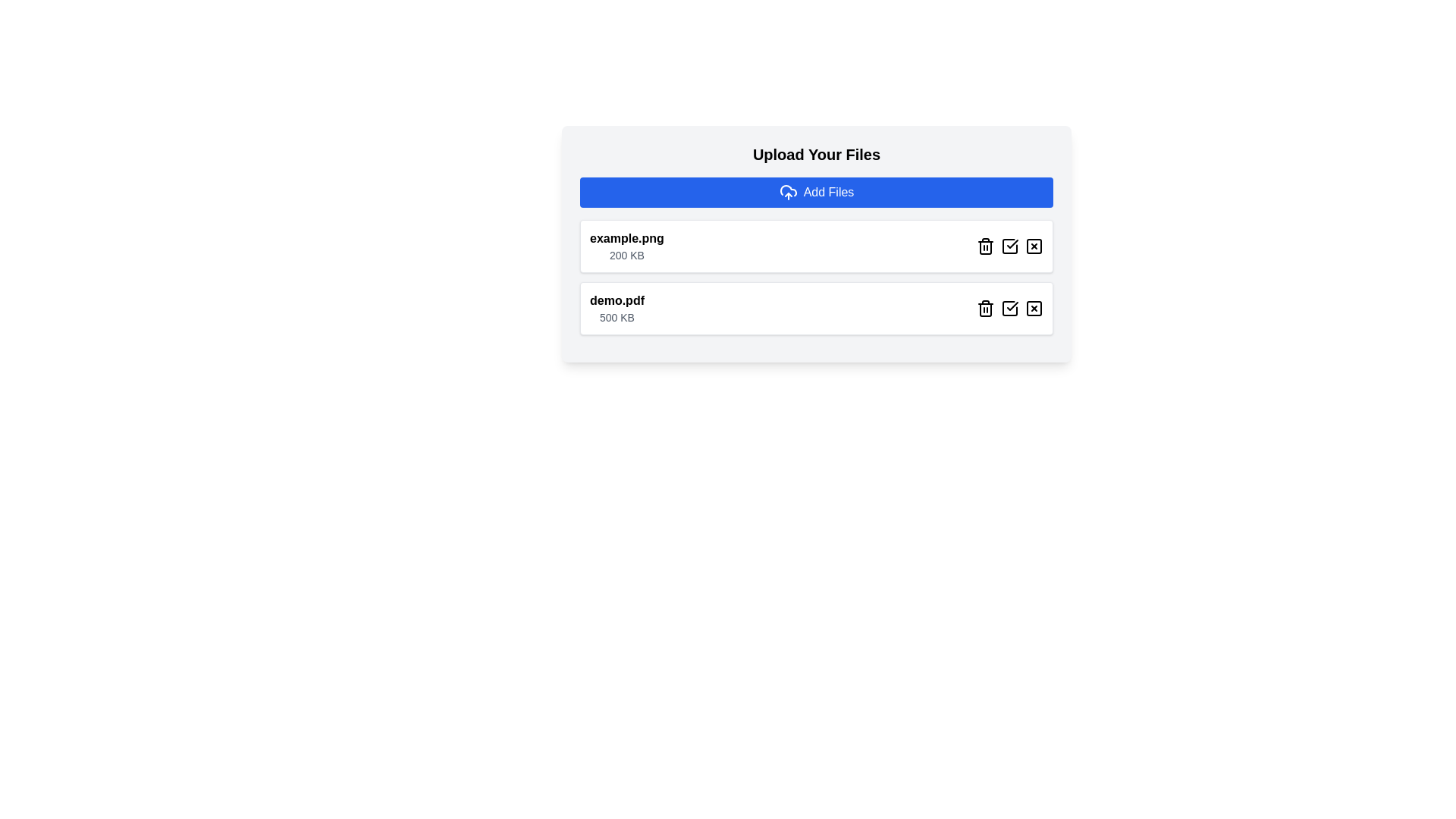  I want to click on the text label displaying the file name 'example.png' and its size '200 KB', so click(626, 245).